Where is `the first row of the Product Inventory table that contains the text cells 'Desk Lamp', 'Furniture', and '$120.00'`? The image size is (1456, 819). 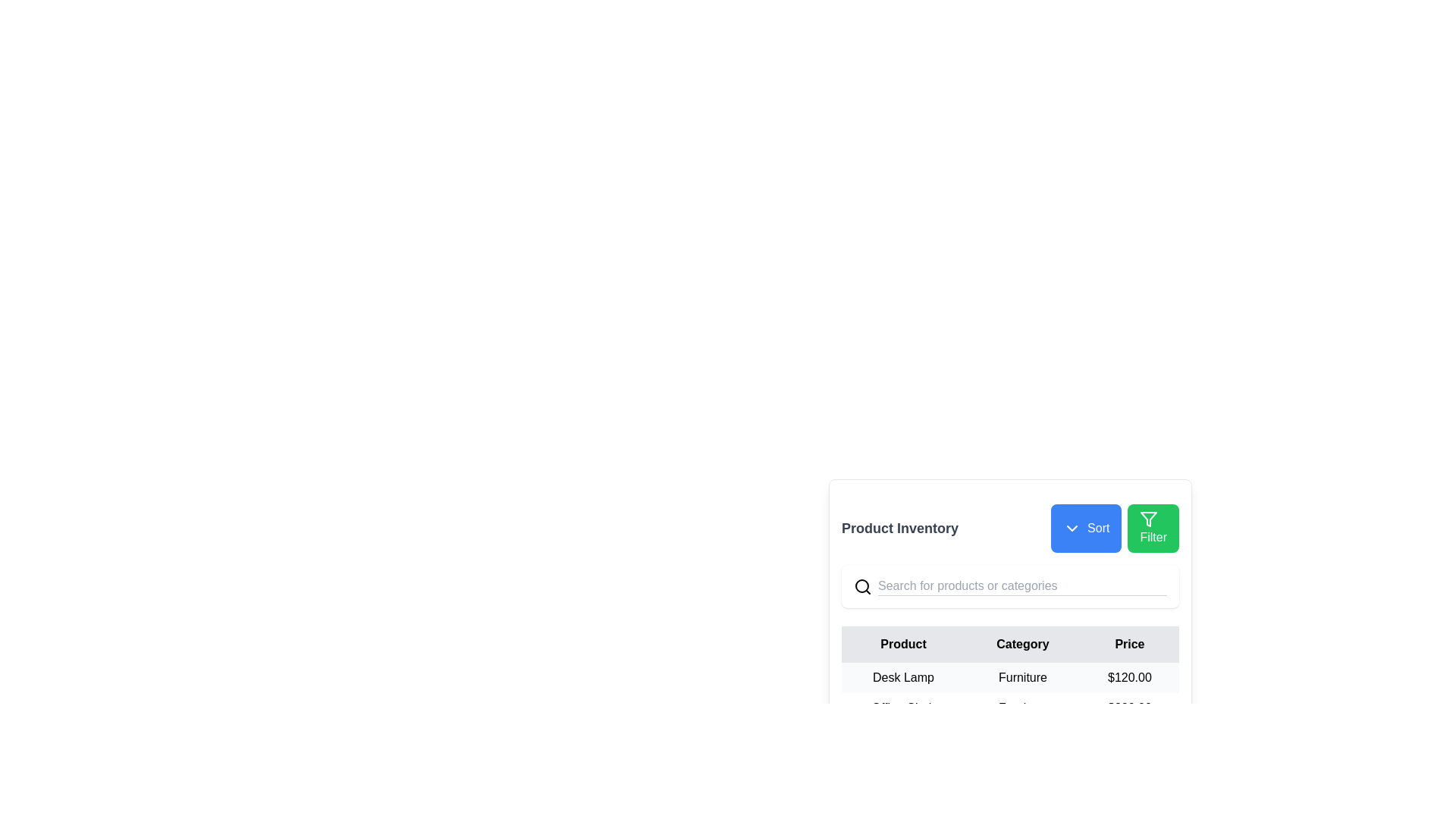 the first row of the Product Inventory table that contains the text cells 'Desk Lamp', 'Furniture', and '$120.00' is located at coordinates (1010, 677).